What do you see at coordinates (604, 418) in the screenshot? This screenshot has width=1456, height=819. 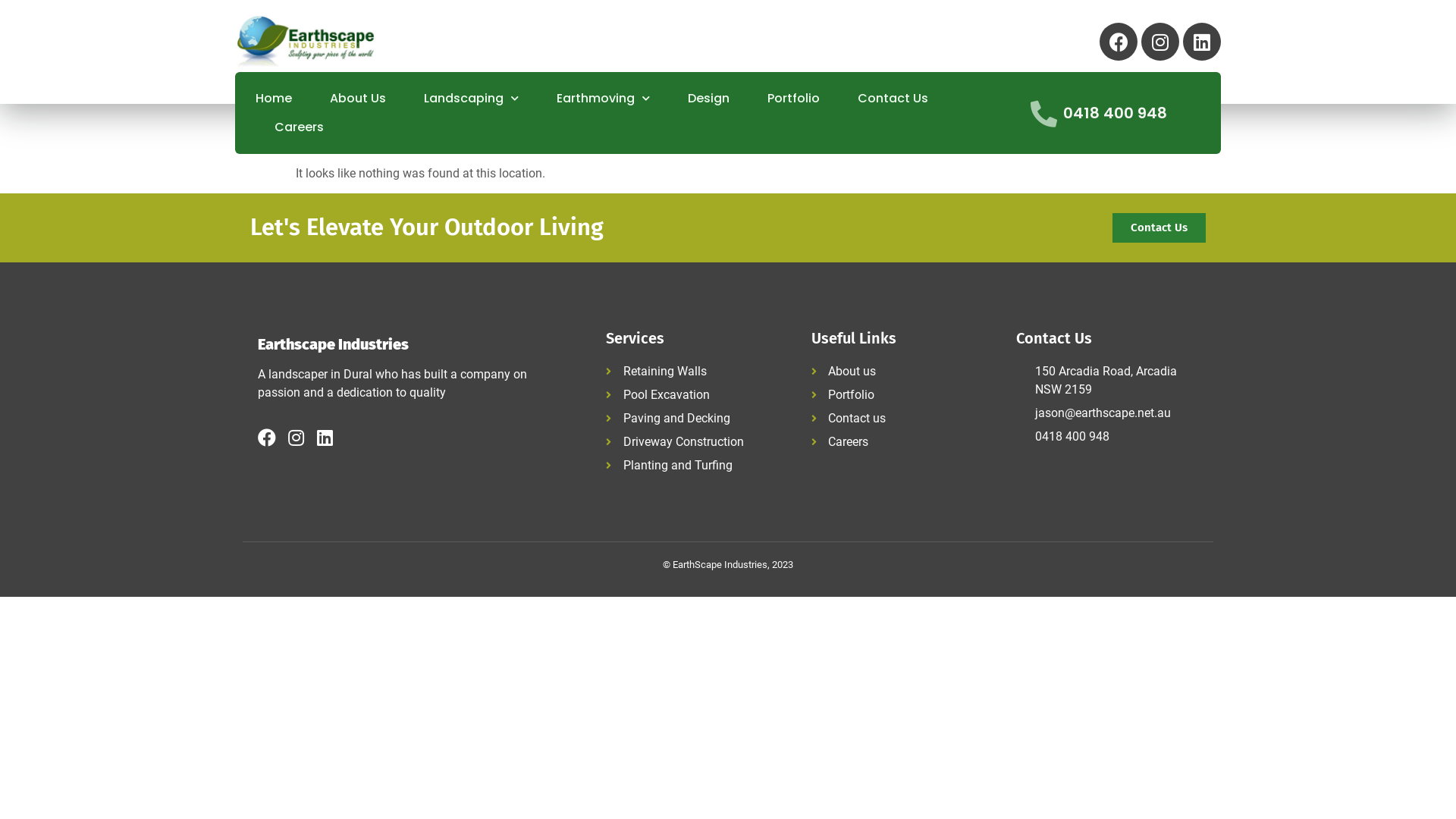 I see `'Paving and Decking'` at bounding box center [604, 418].